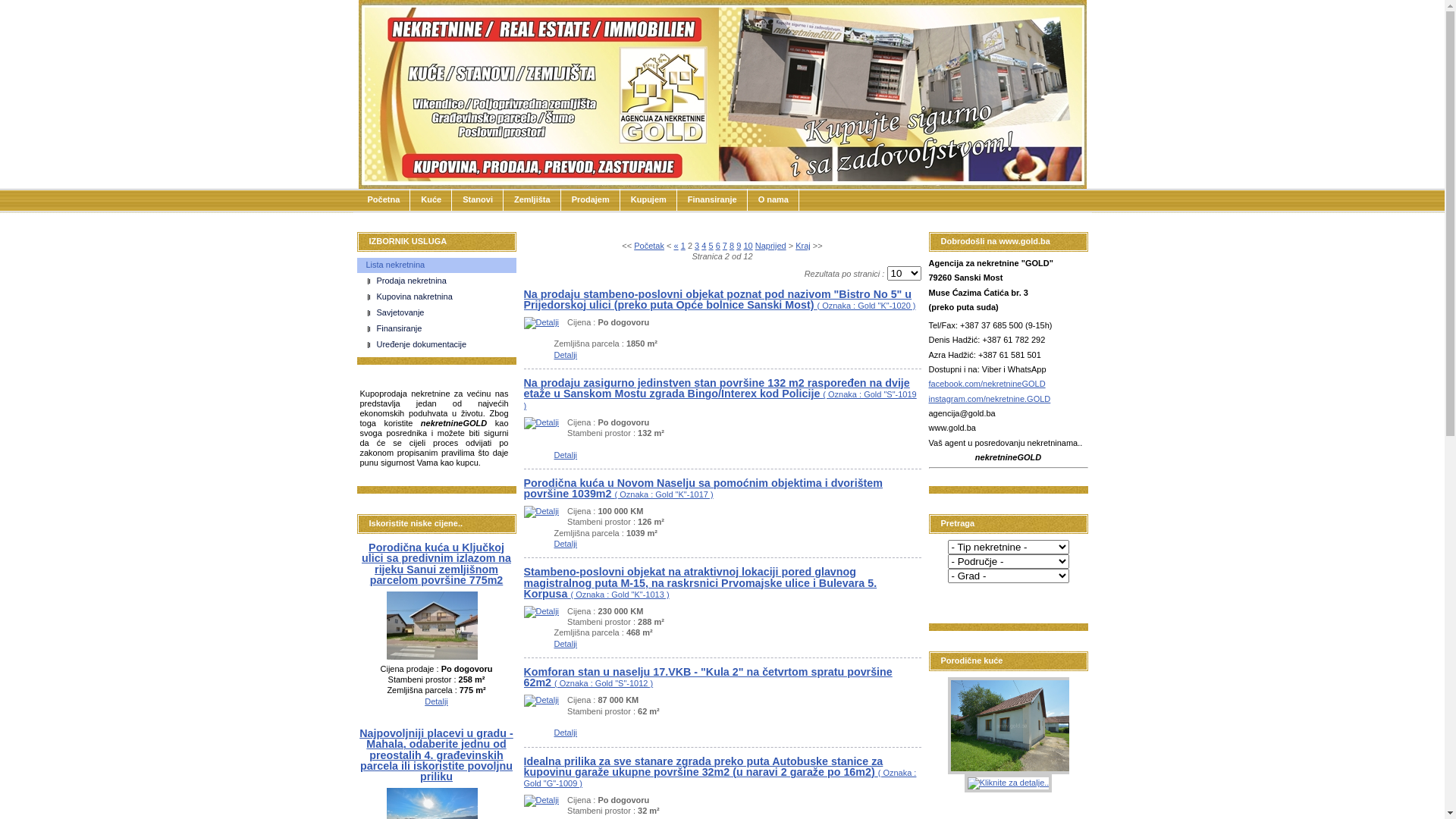  I want to click on '4', so click(702, 245).